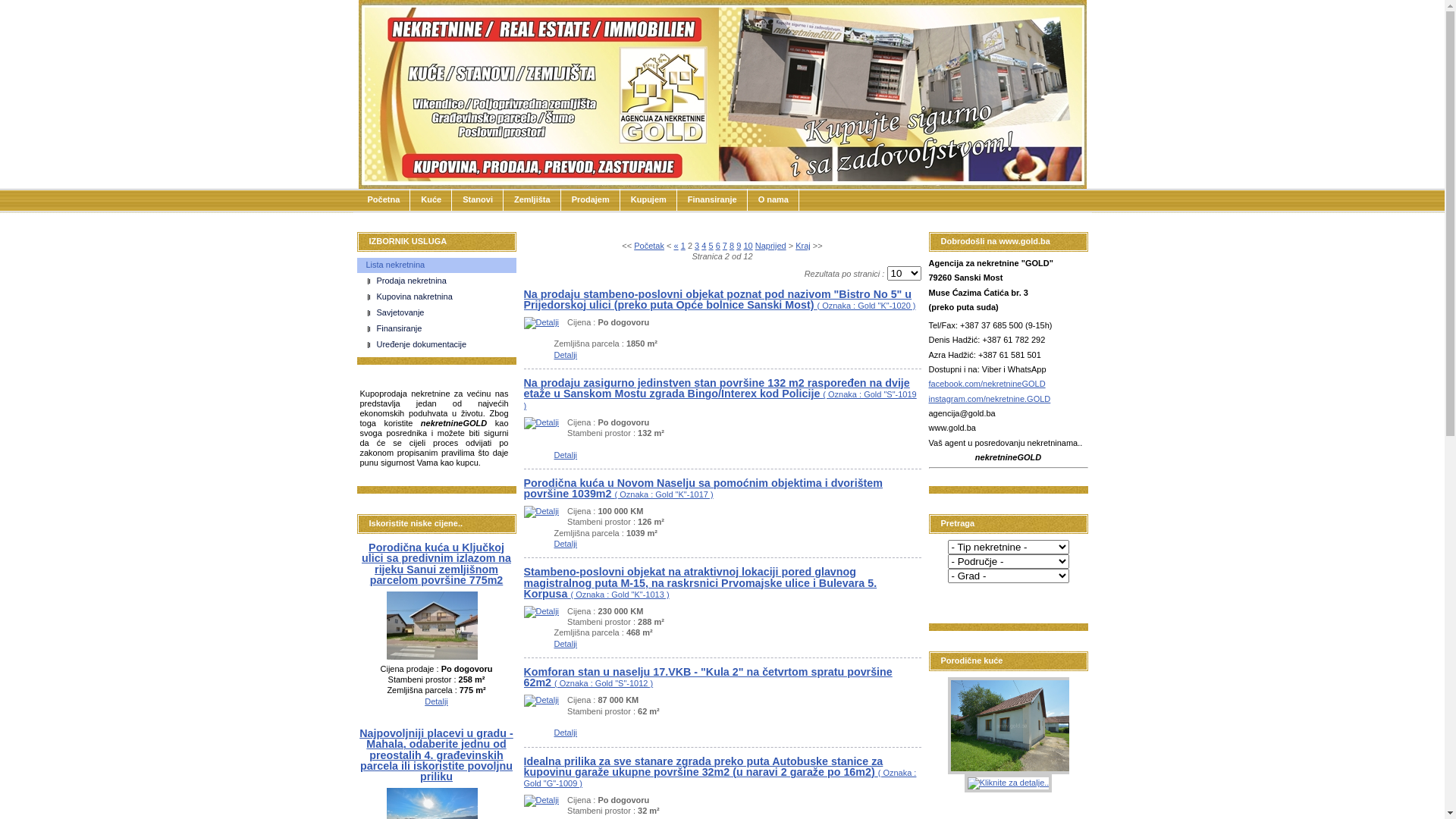  I want to click on '4', so click(702, 245).